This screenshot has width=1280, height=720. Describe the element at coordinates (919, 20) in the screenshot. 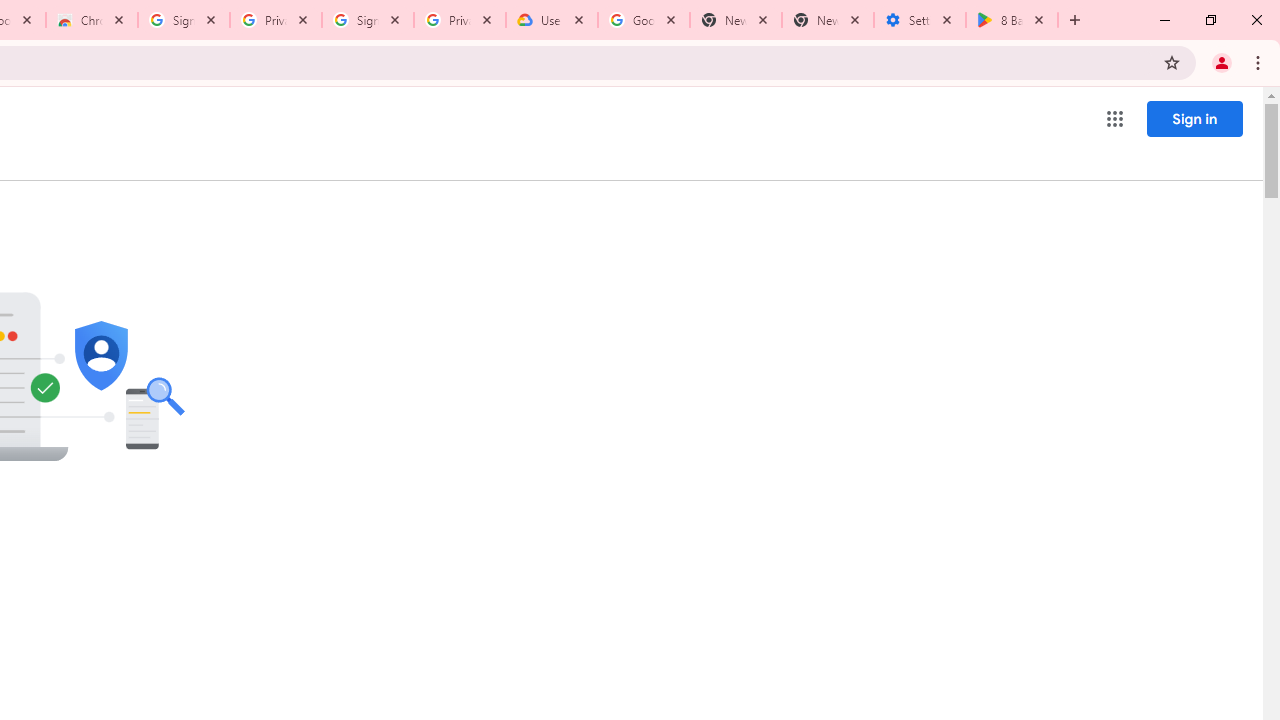

I see `'Settings - System'` at that location.